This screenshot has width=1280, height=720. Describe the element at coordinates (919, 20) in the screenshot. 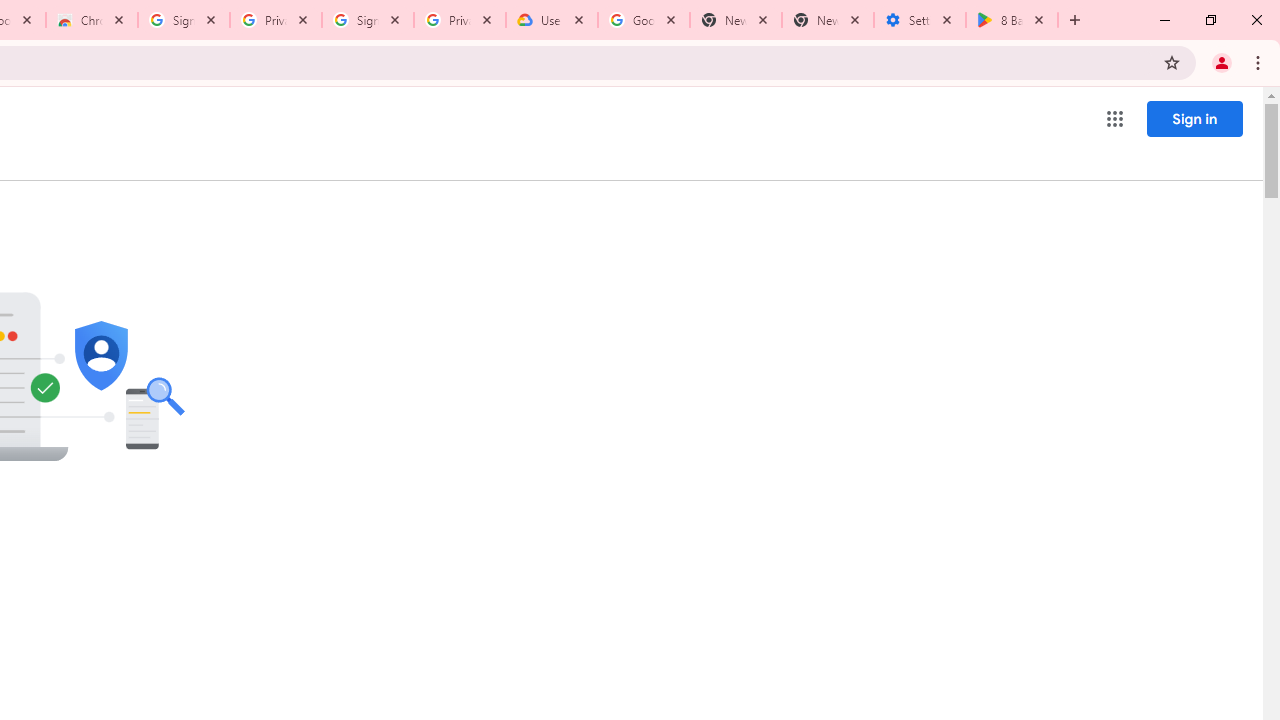

I see `'Settings - System'` at that location.